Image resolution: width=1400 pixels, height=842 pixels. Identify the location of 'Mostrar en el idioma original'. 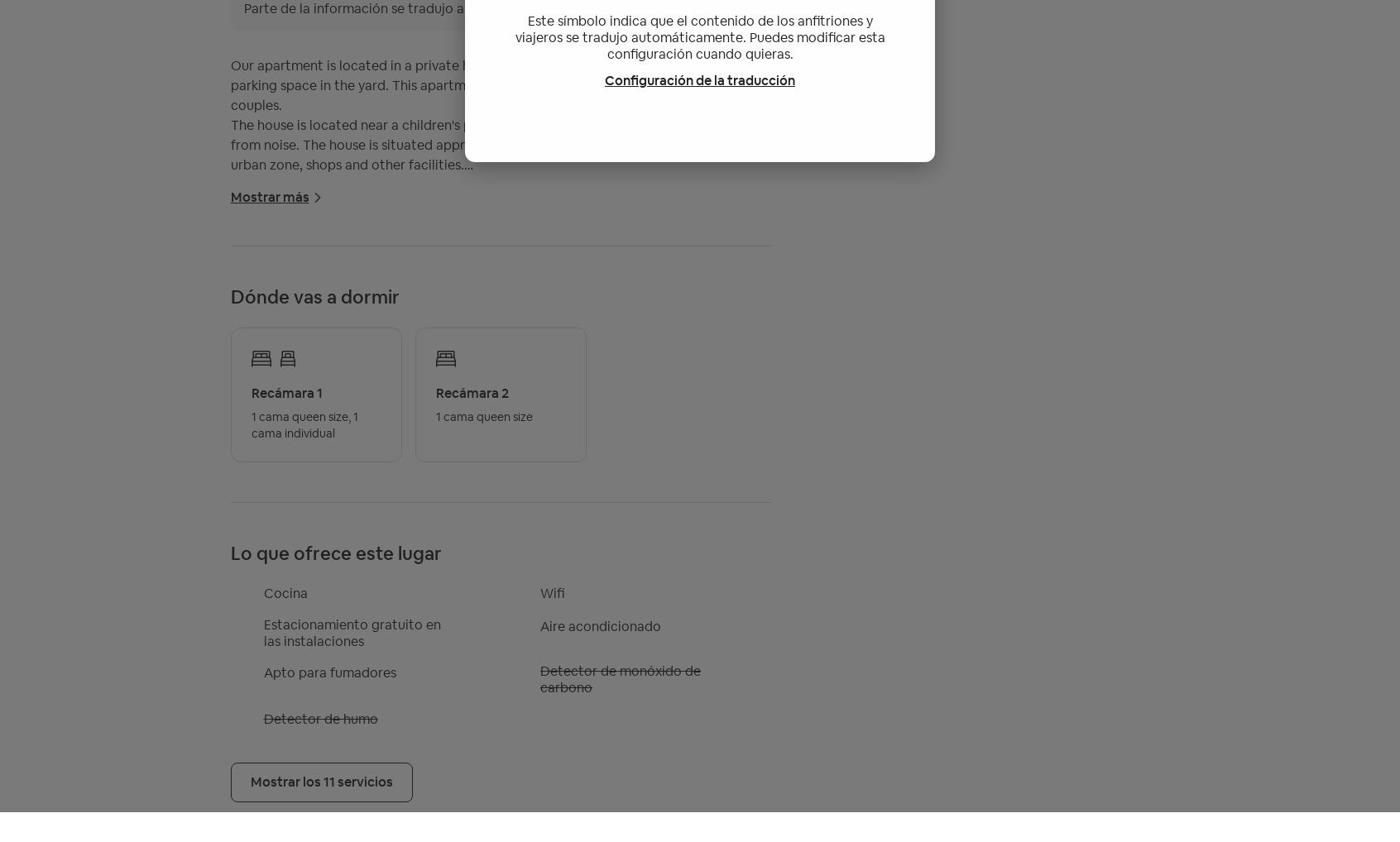
(661, 7).